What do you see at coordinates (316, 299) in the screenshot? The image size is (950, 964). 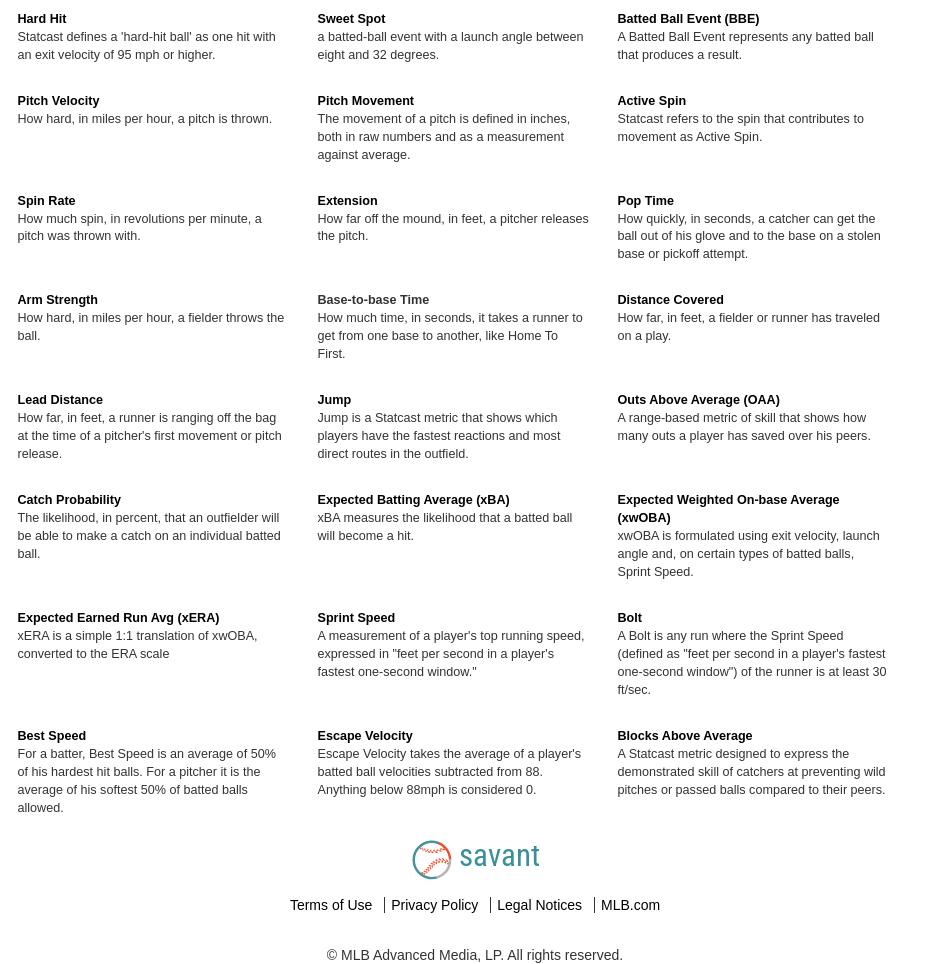 I see `'Base-to-base Time'` at bounding box center [316, 299].